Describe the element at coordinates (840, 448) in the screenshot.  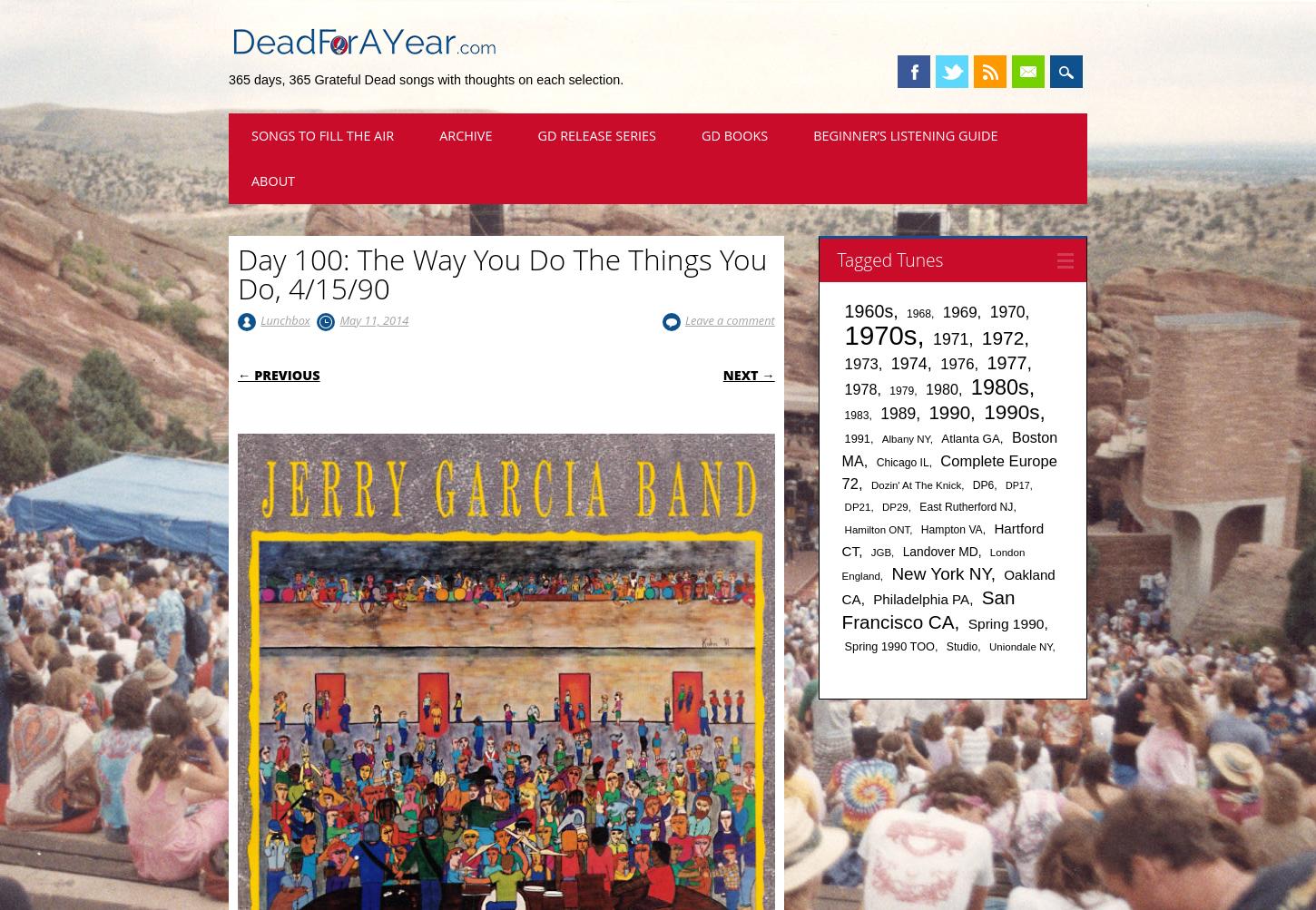
I see `'Boston MA'` at that location.